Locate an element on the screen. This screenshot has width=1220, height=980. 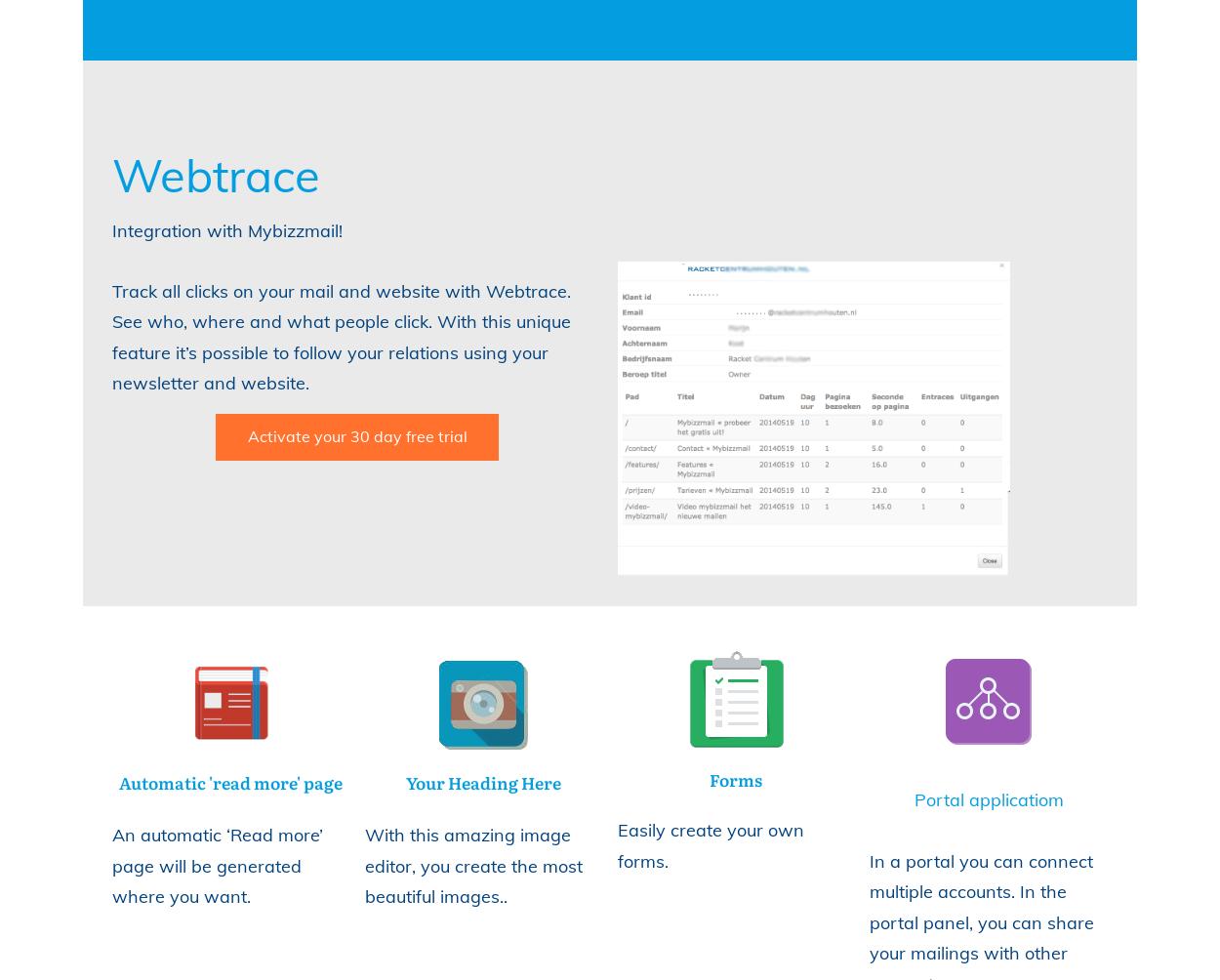
'Activate your 30 day free trial' is located at coordinates (355, 433).